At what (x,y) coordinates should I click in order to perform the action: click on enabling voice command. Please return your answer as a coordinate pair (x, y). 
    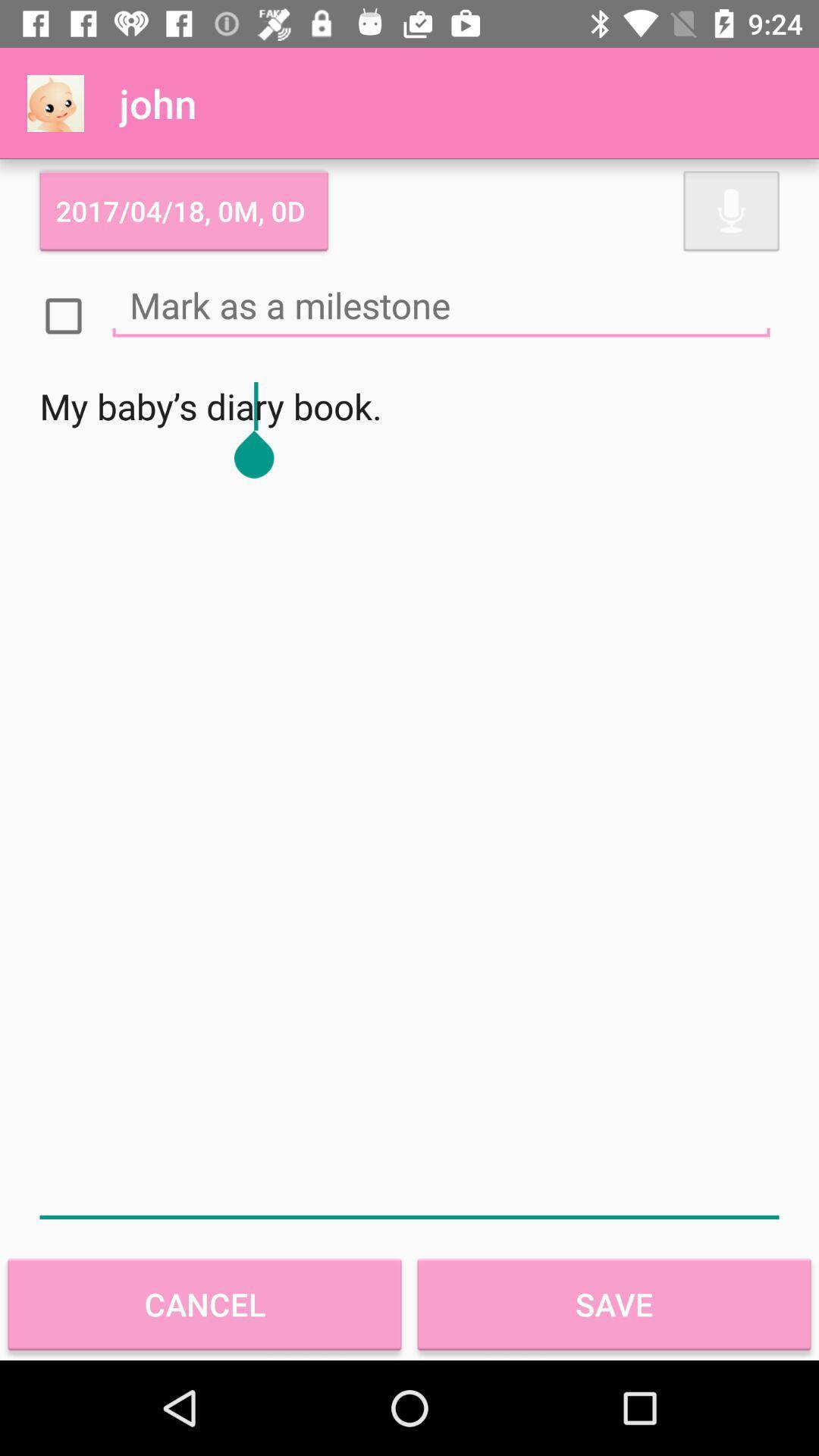
    Looking at the image, I should click on (730, 210).